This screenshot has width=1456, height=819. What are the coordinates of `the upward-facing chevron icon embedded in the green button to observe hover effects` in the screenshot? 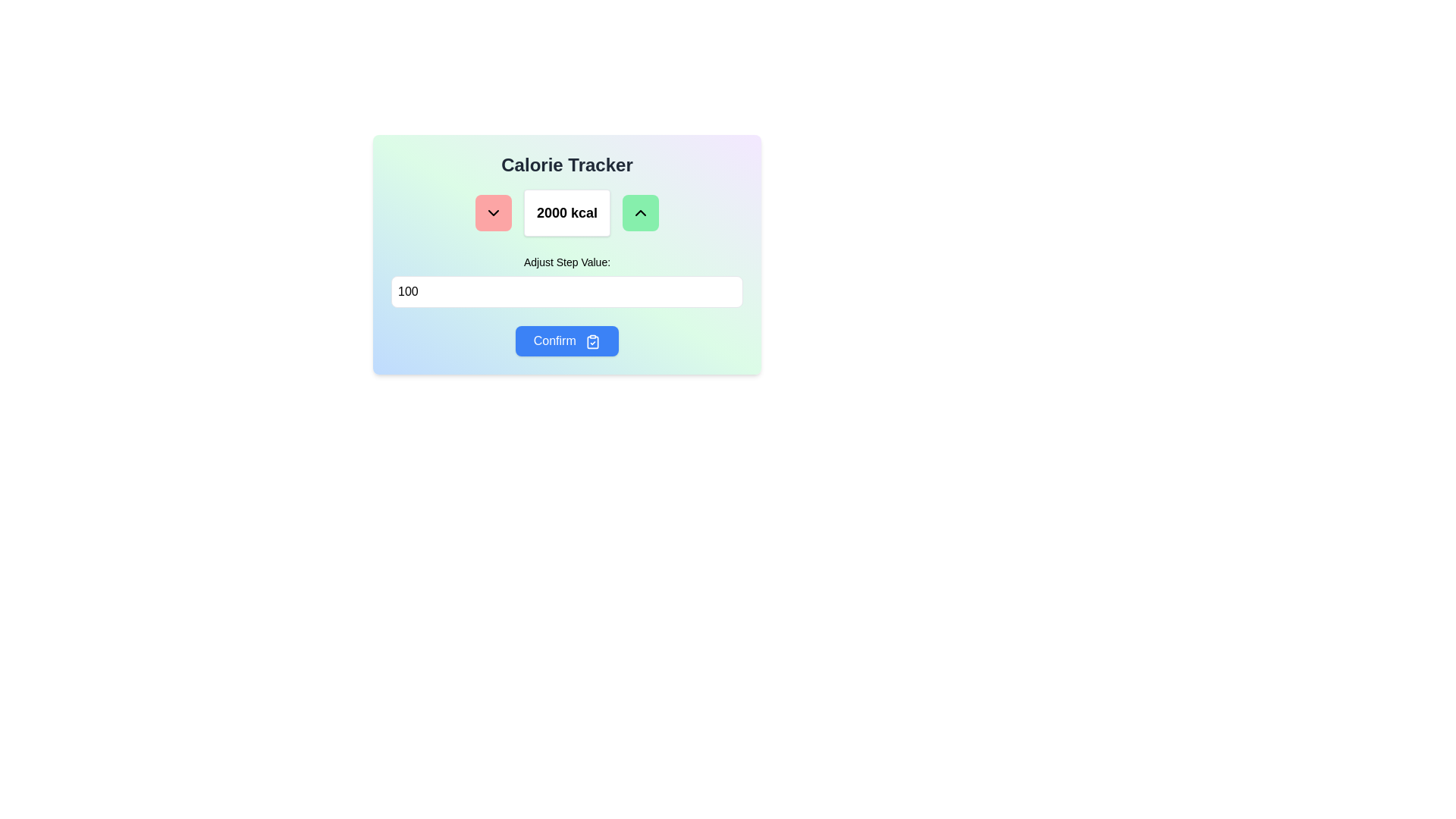 It's located at (640, 213).